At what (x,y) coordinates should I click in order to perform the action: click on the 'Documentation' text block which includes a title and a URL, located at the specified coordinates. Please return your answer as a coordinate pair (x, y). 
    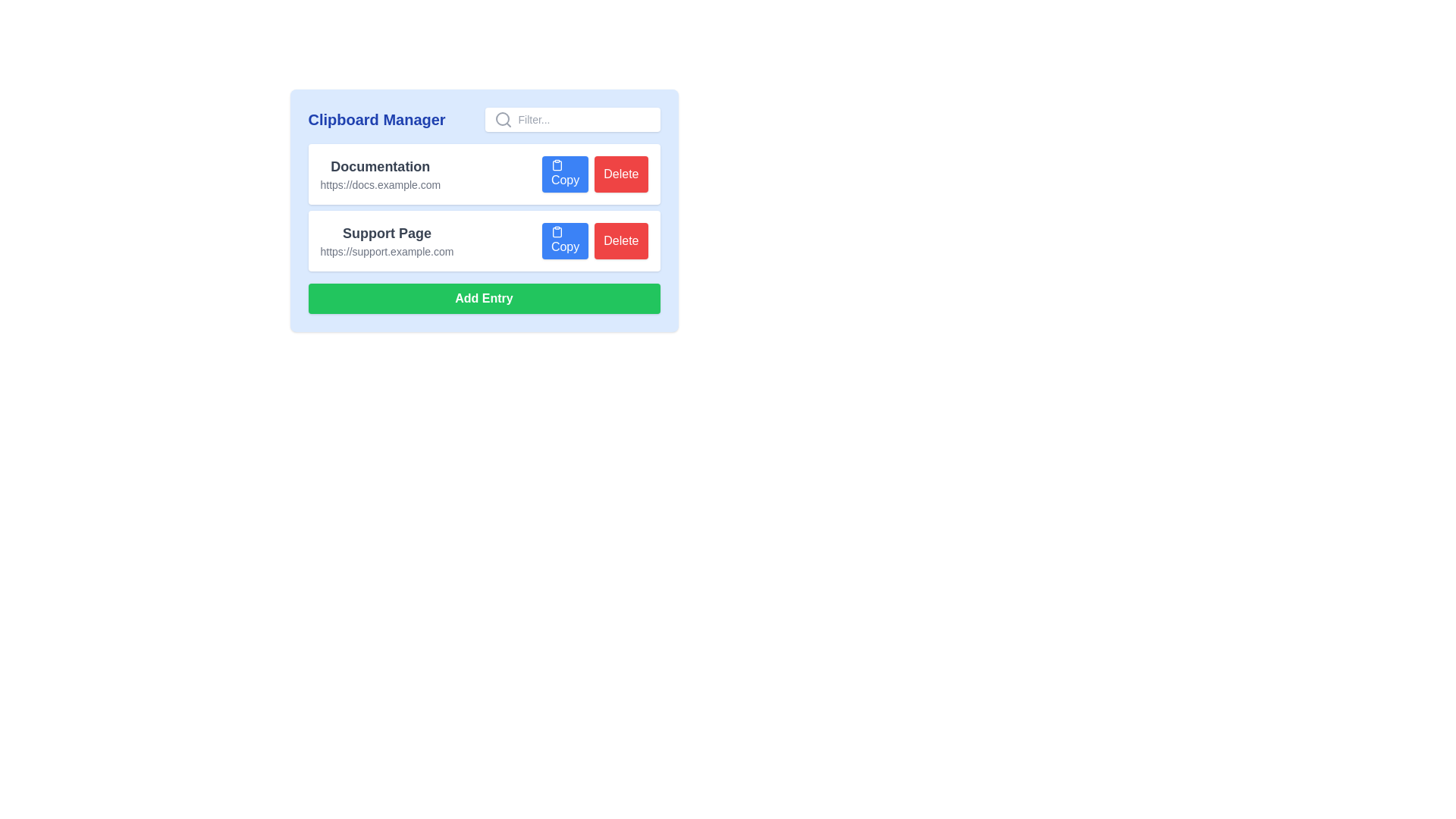
    Looking at the image, I should click on (380, 174).